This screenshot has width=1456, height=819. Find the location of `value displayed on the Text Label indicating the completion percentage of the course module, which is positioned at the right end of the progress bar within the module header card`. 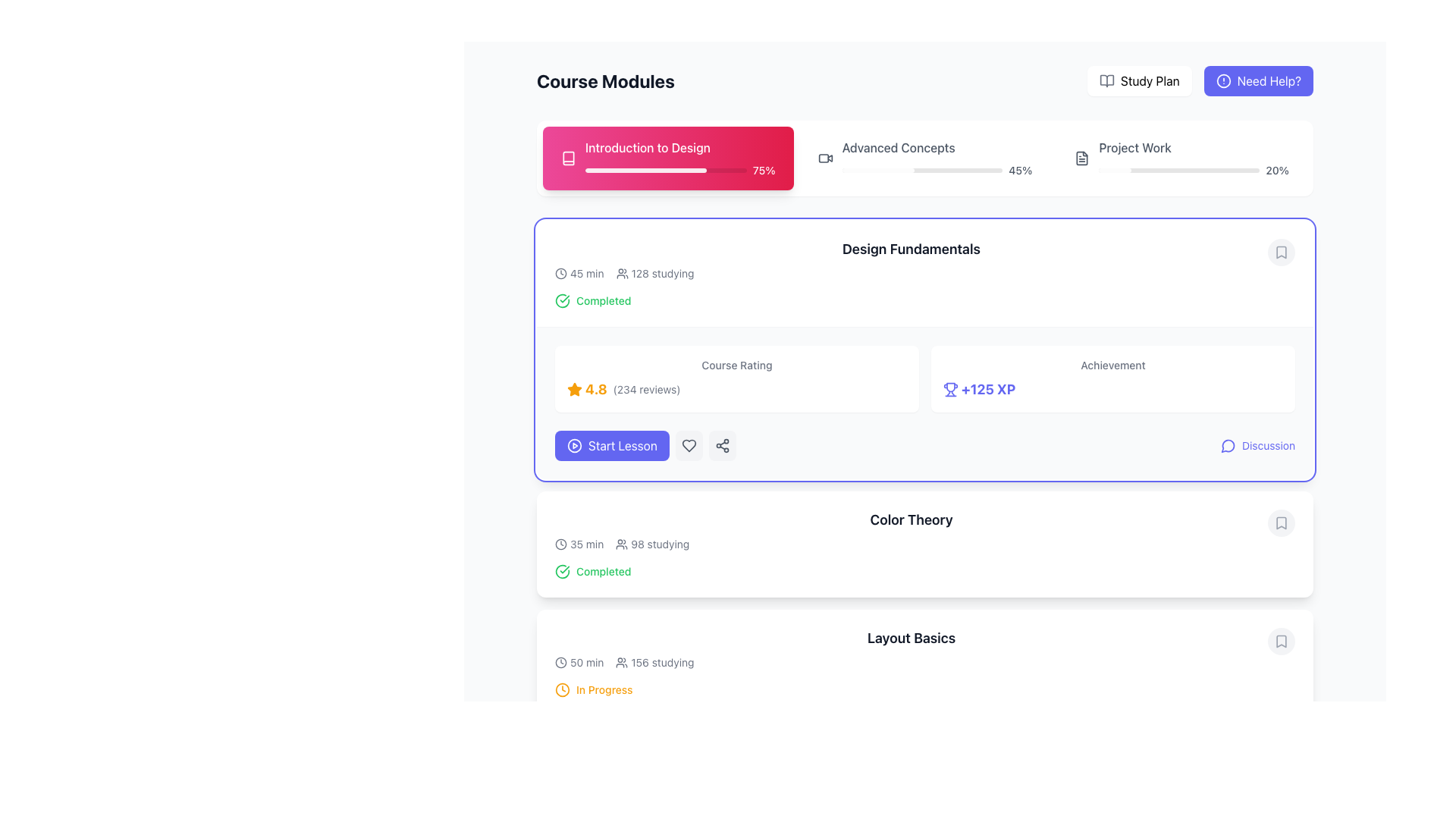

value displayed on the Text Label indicating the completion percentage of the course module, which is positioned at the right end of the progress bar within the module header card is located at coordinates (764, 170).